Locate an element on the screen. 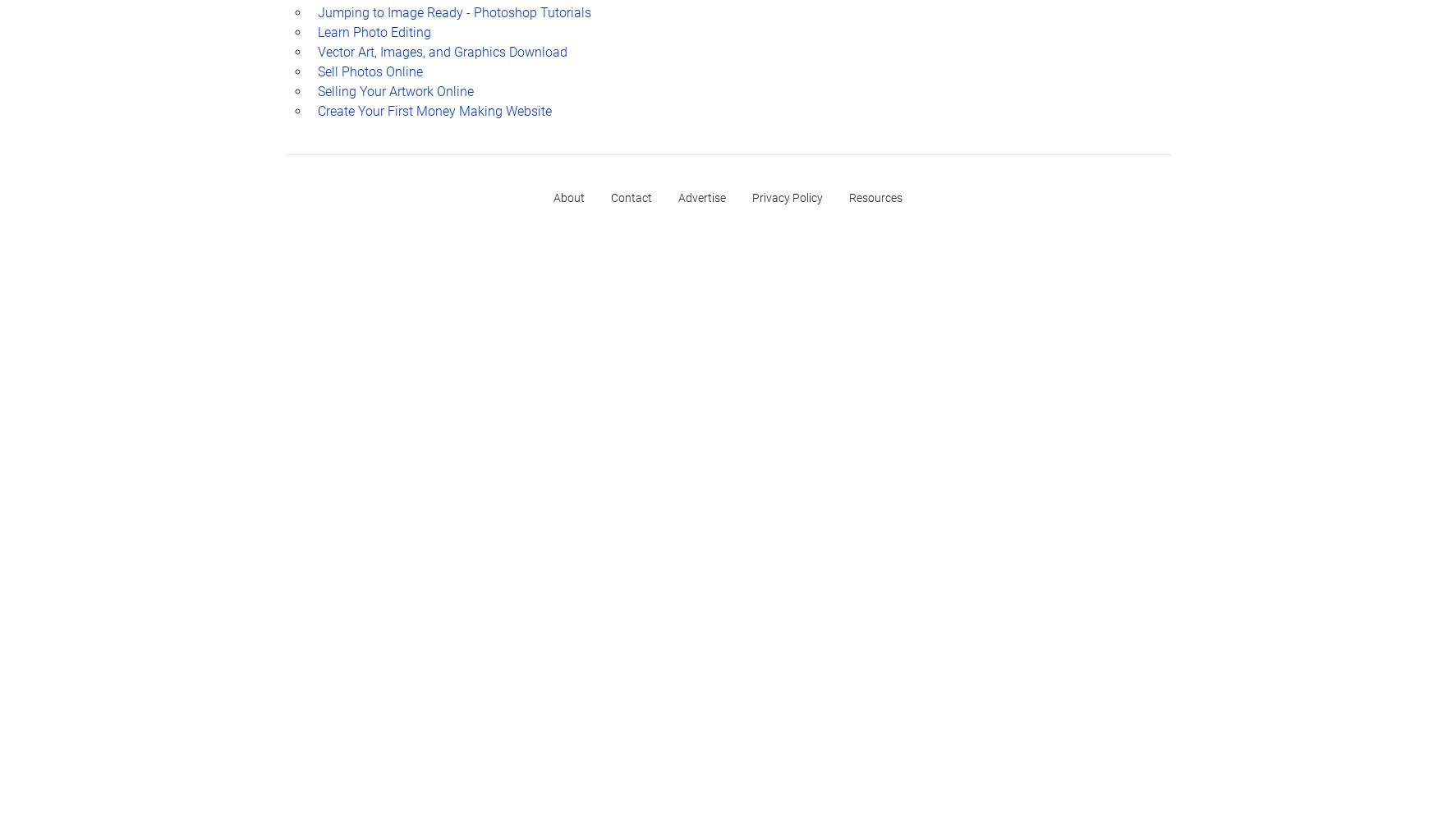  'Privacy Policy' is located at coordinates (788, 196).